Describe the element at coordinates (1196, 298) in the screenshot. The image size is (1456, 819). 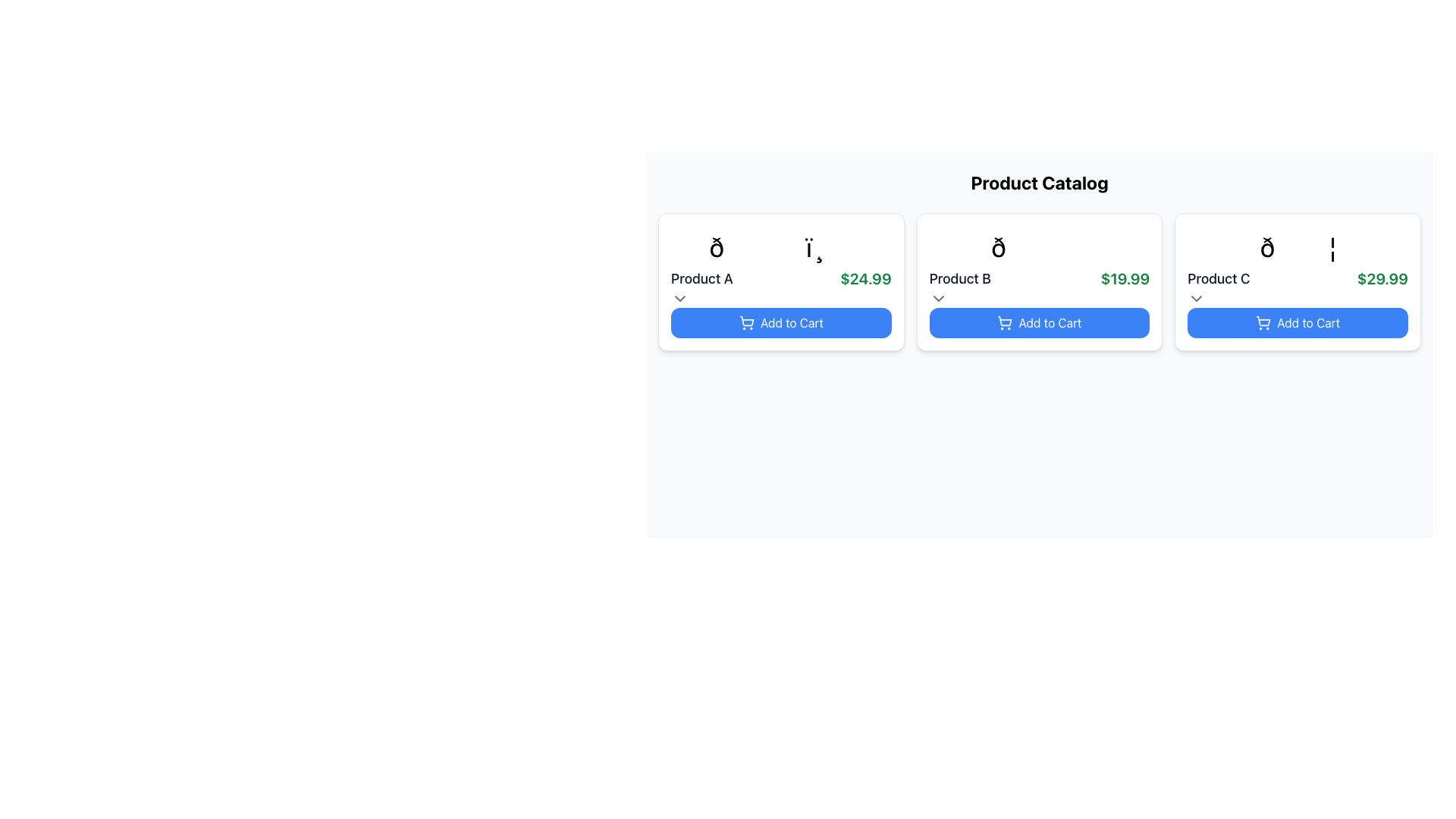
I see `the downward chevron icon within the Product C card` at that location.